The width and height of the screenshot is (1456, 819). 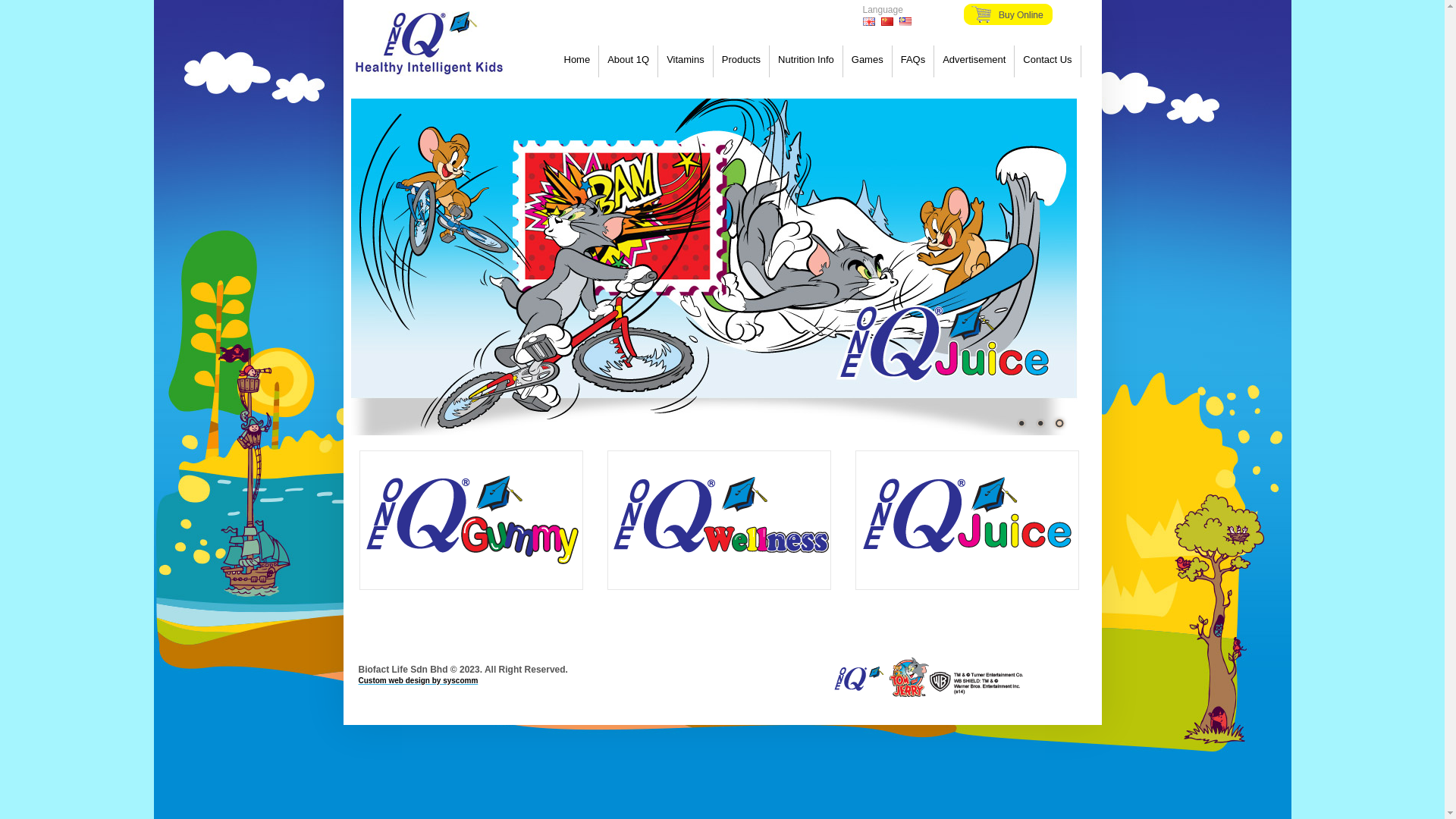 I want to click on 'English', so click(x=862, y=21).